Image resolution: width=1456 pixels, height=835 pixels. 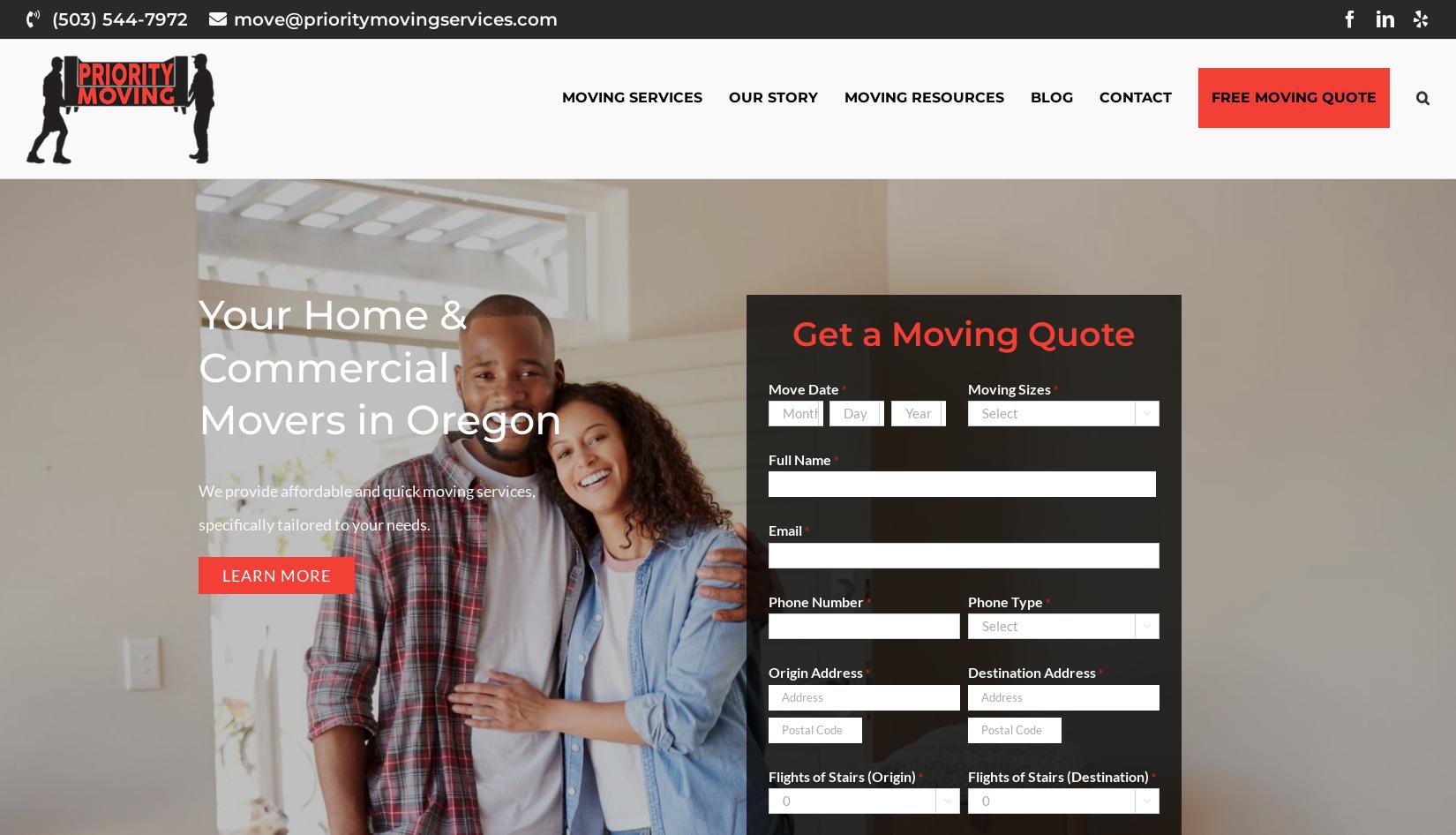 I want to click on 'Choosing a Mover', so click(x=919, y=228).